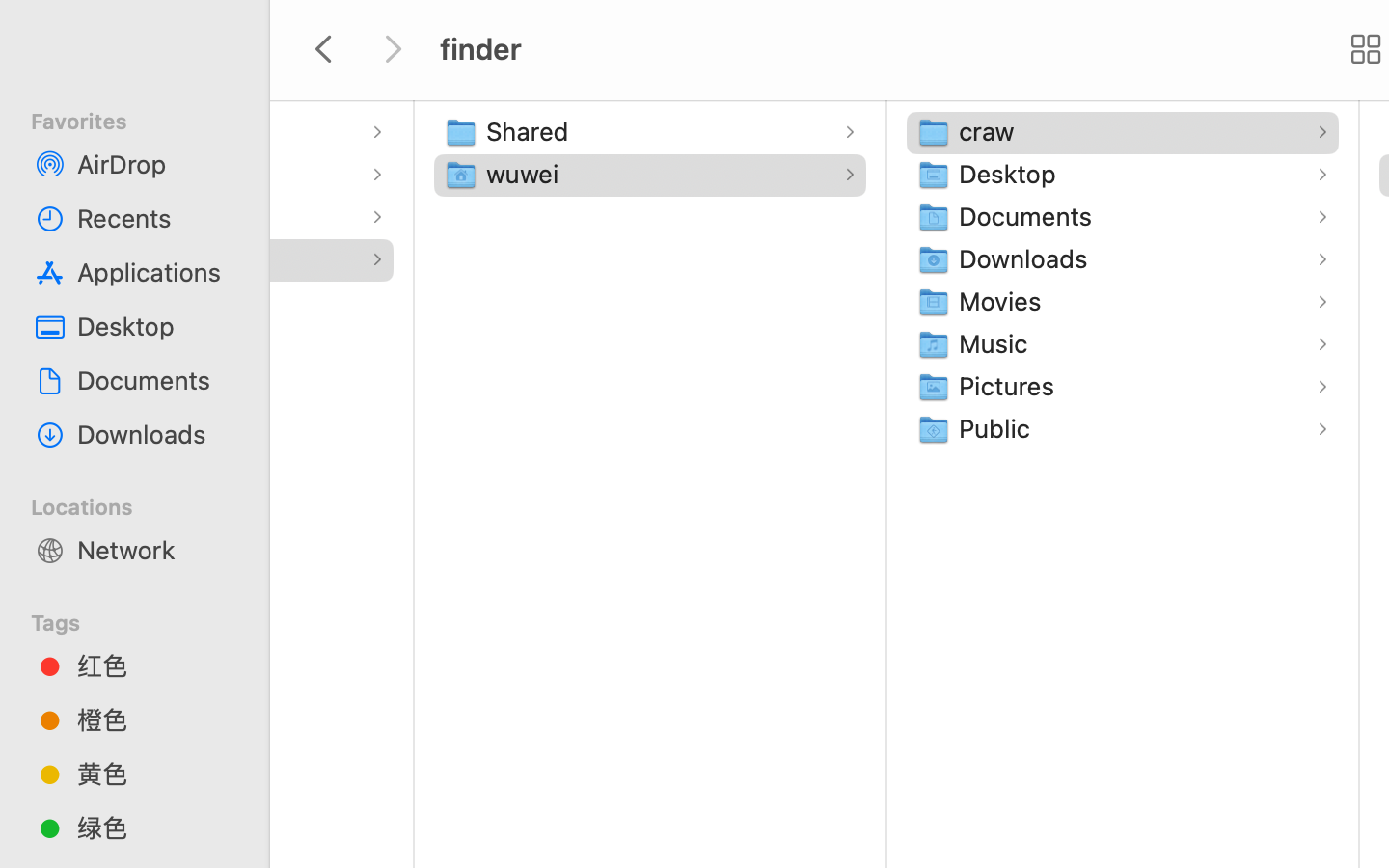  I want to click on '橙色', so click(153, 719).